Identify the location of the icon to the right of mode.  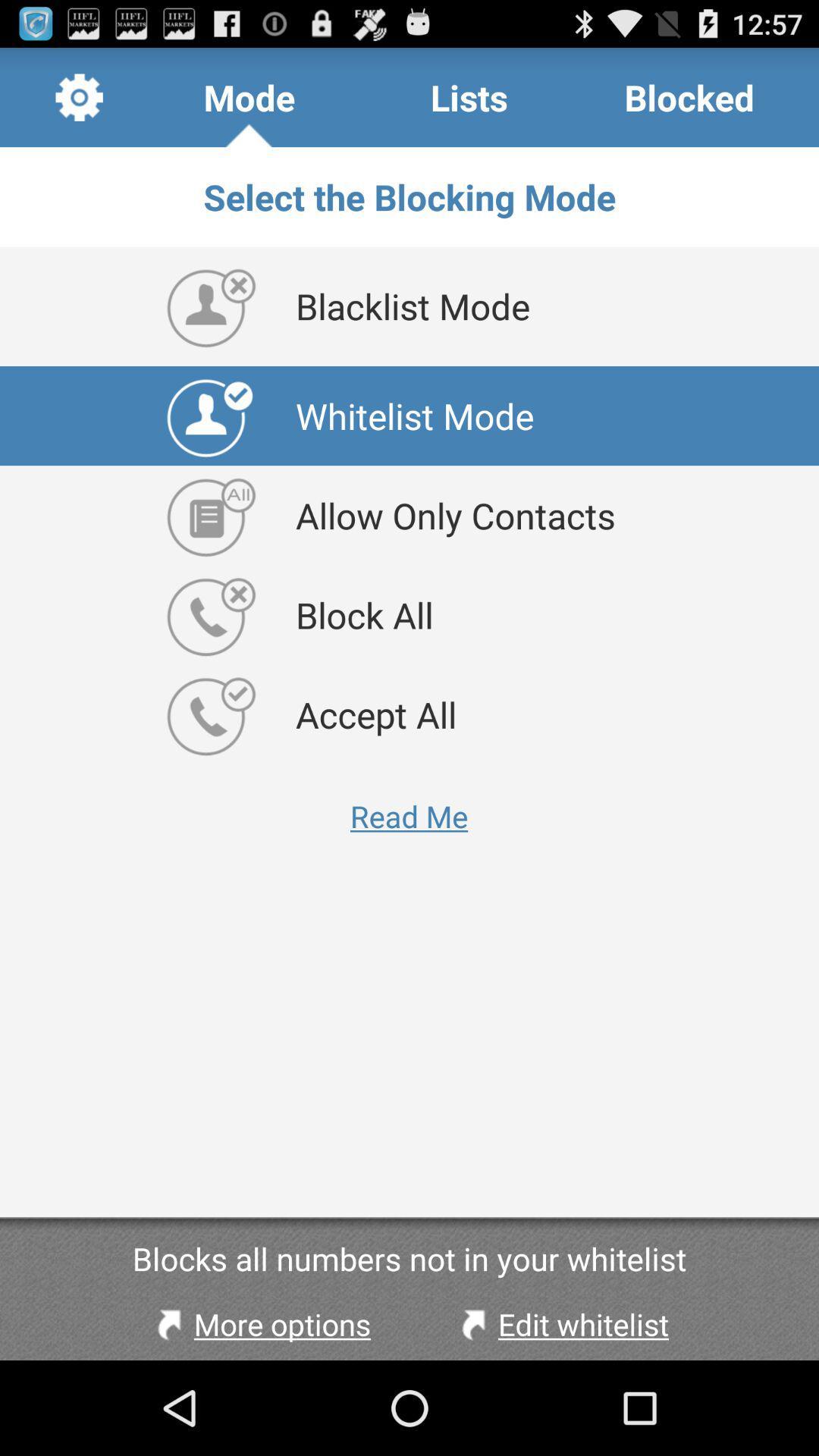
(469, 96).